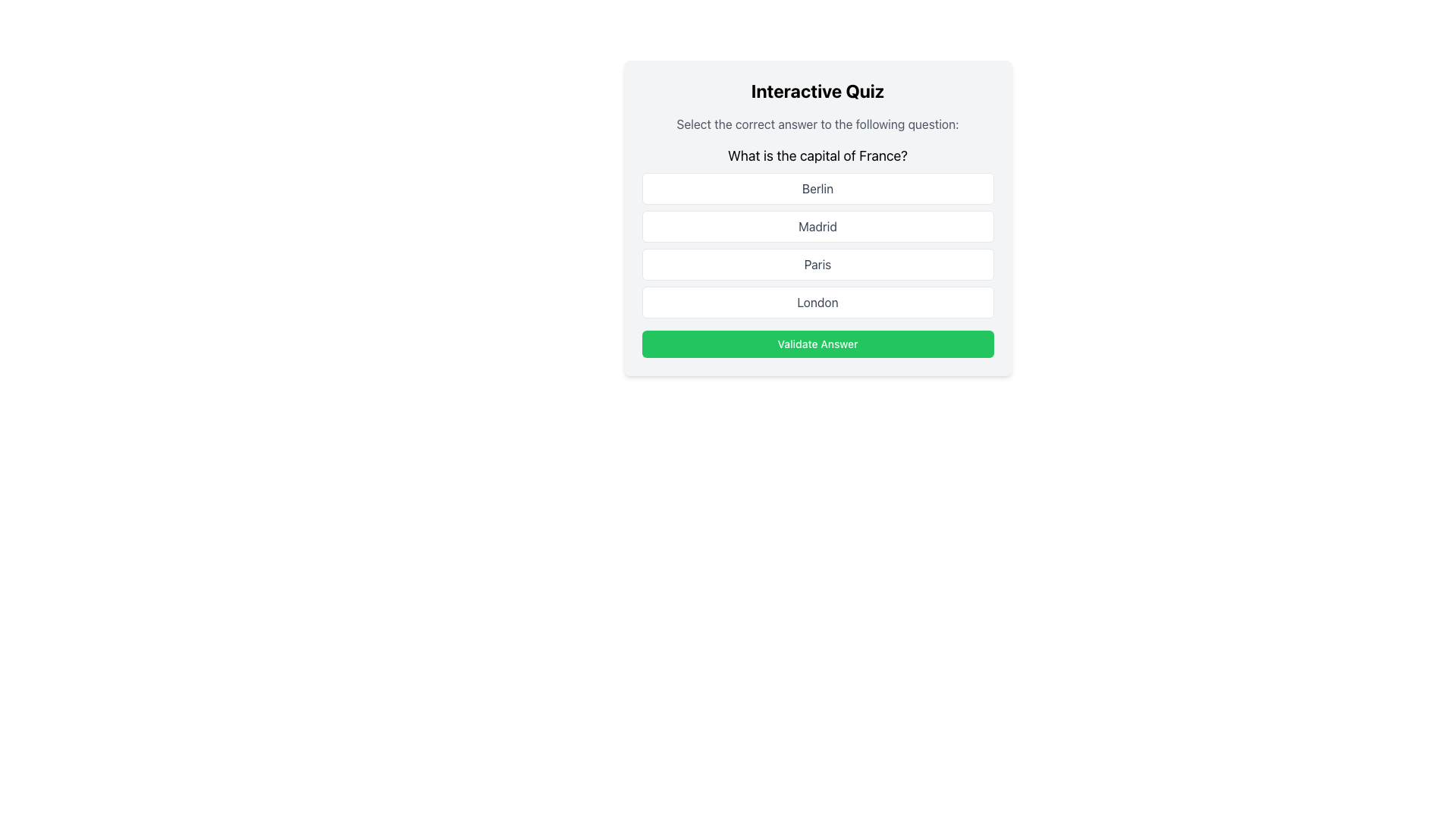  Describe the element at coordinates (817, 263) in the screenshot. I see `the rectangular button labeled 'Paris', which is the third button in a vertical list under the question 'What is the capital of France?'` at that location.